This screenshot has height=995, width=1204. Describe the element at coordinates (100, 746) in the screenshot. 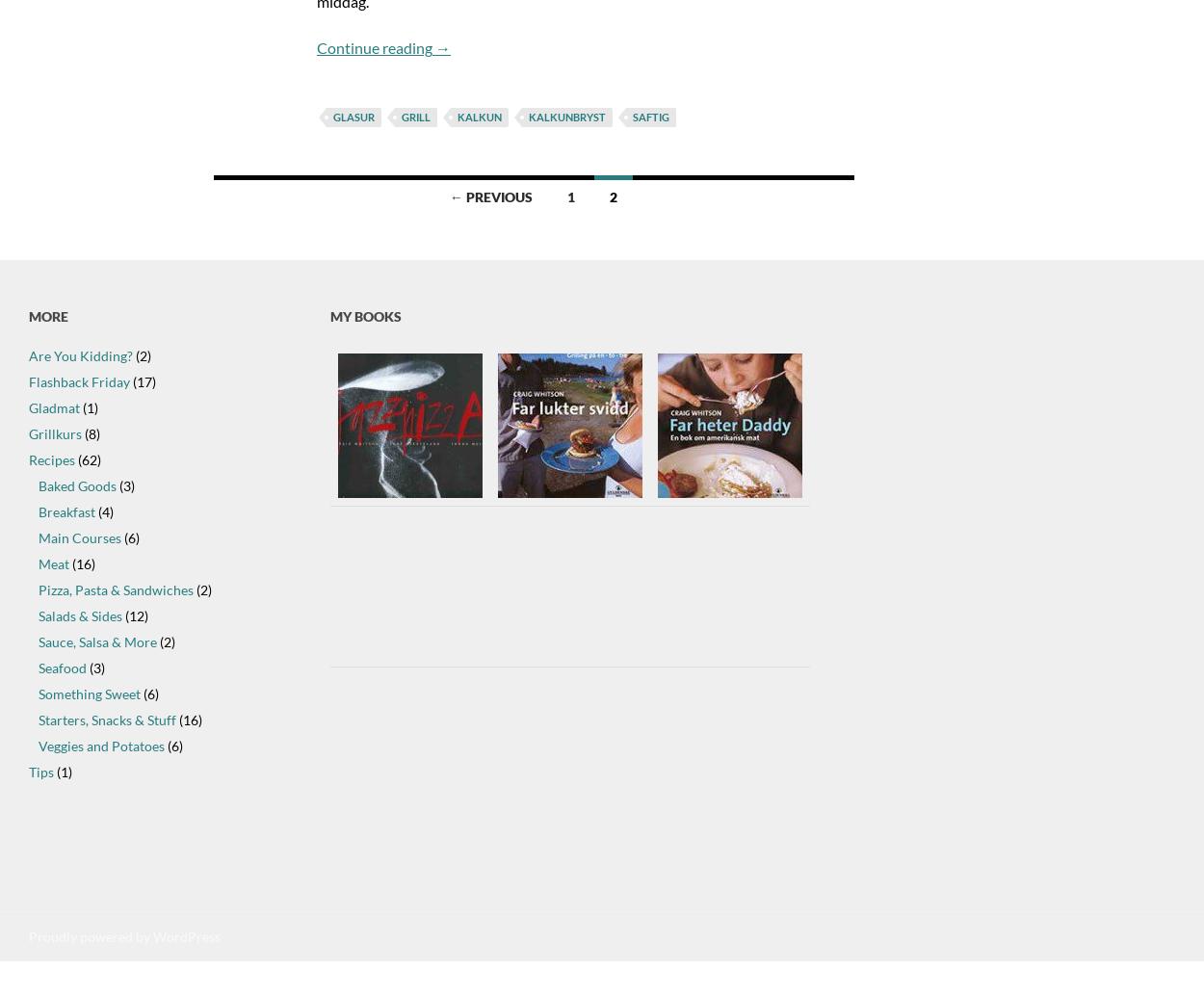

I see `'Veggies and Potatoes'` at that location.